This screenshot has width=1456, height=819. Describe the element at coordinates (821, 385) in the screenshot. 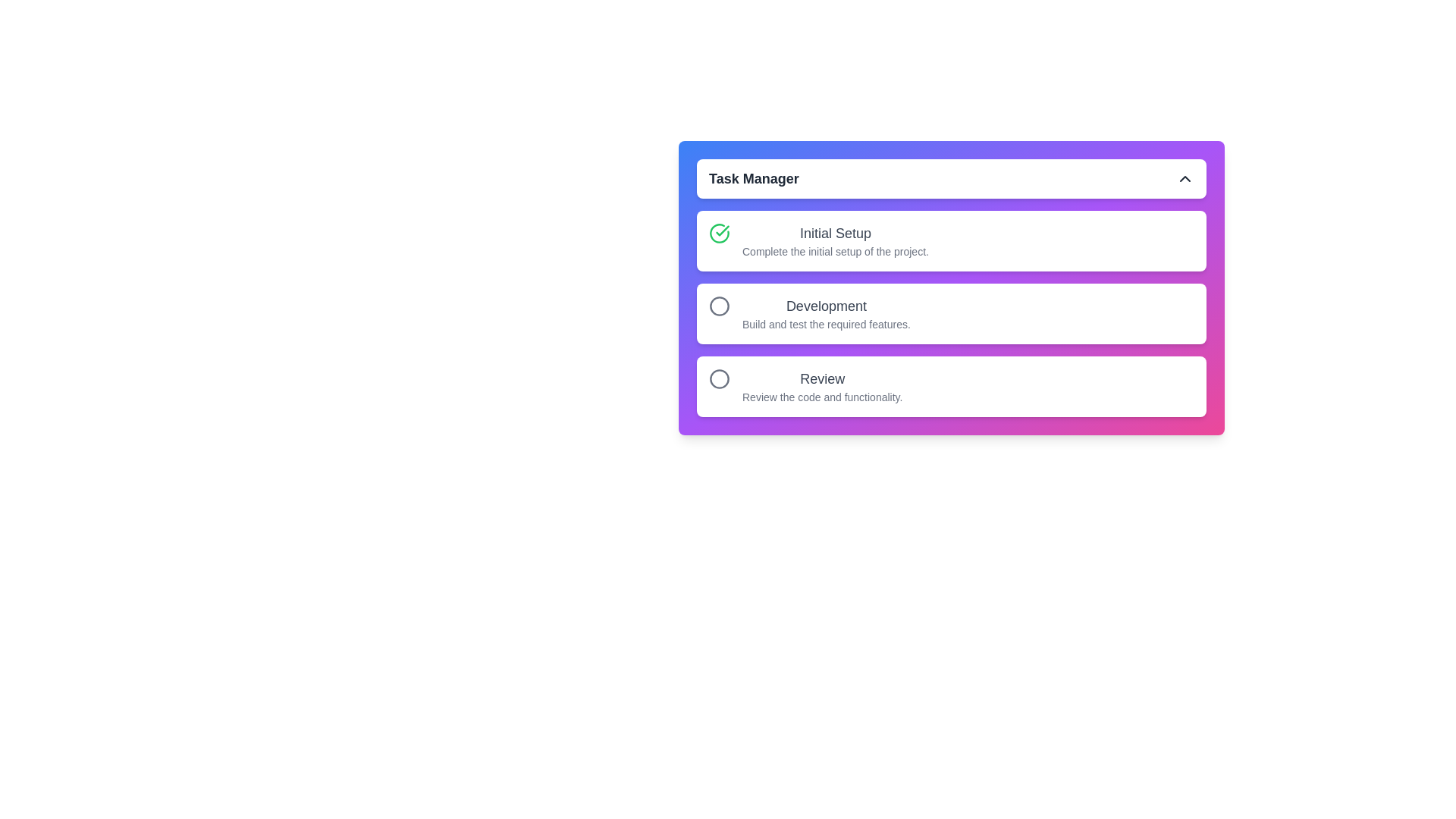

I see `the text of the description for the task Review` at that location.